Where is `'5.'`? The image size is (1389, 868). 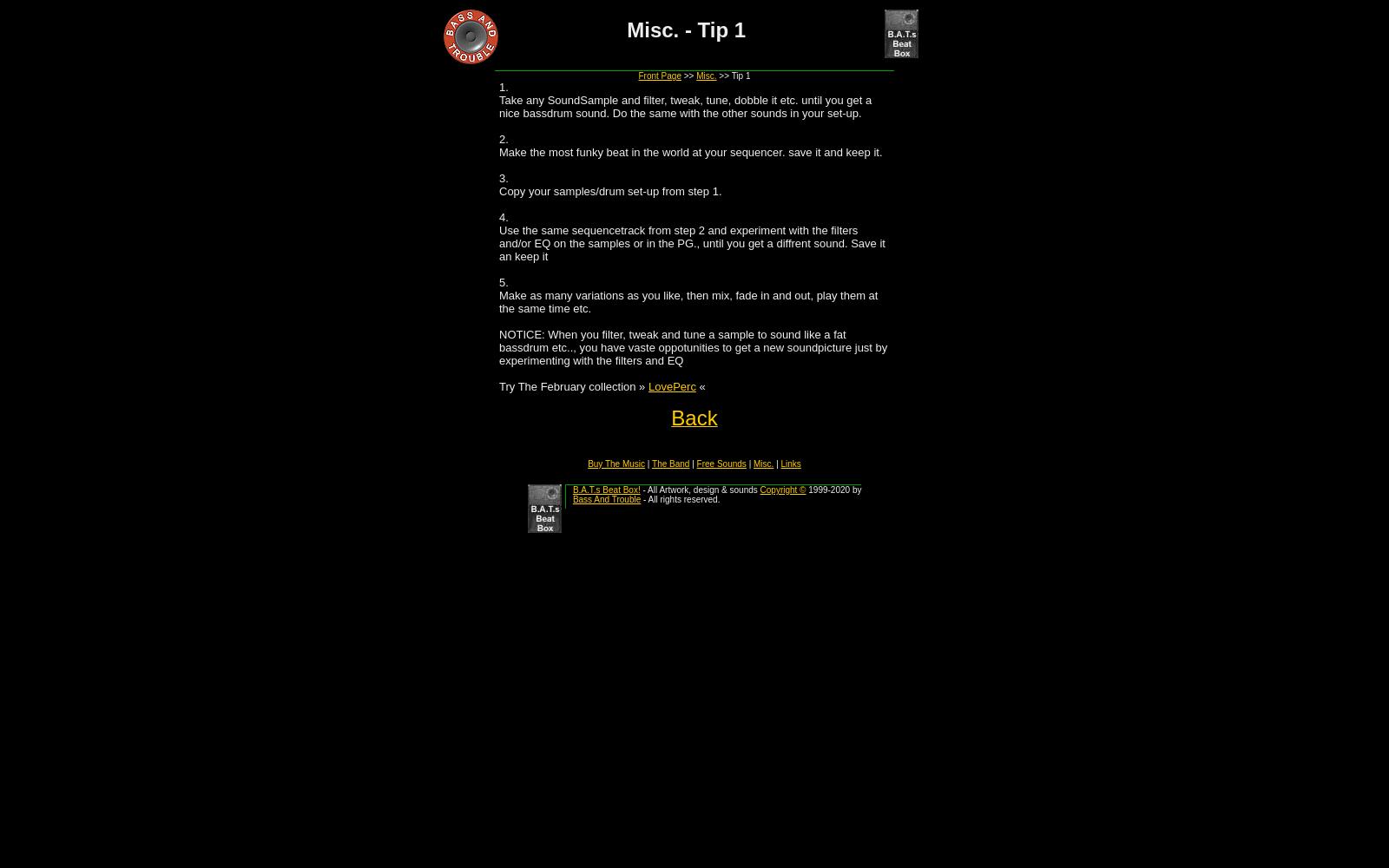 '5.' is located at coordinates (503, 281).